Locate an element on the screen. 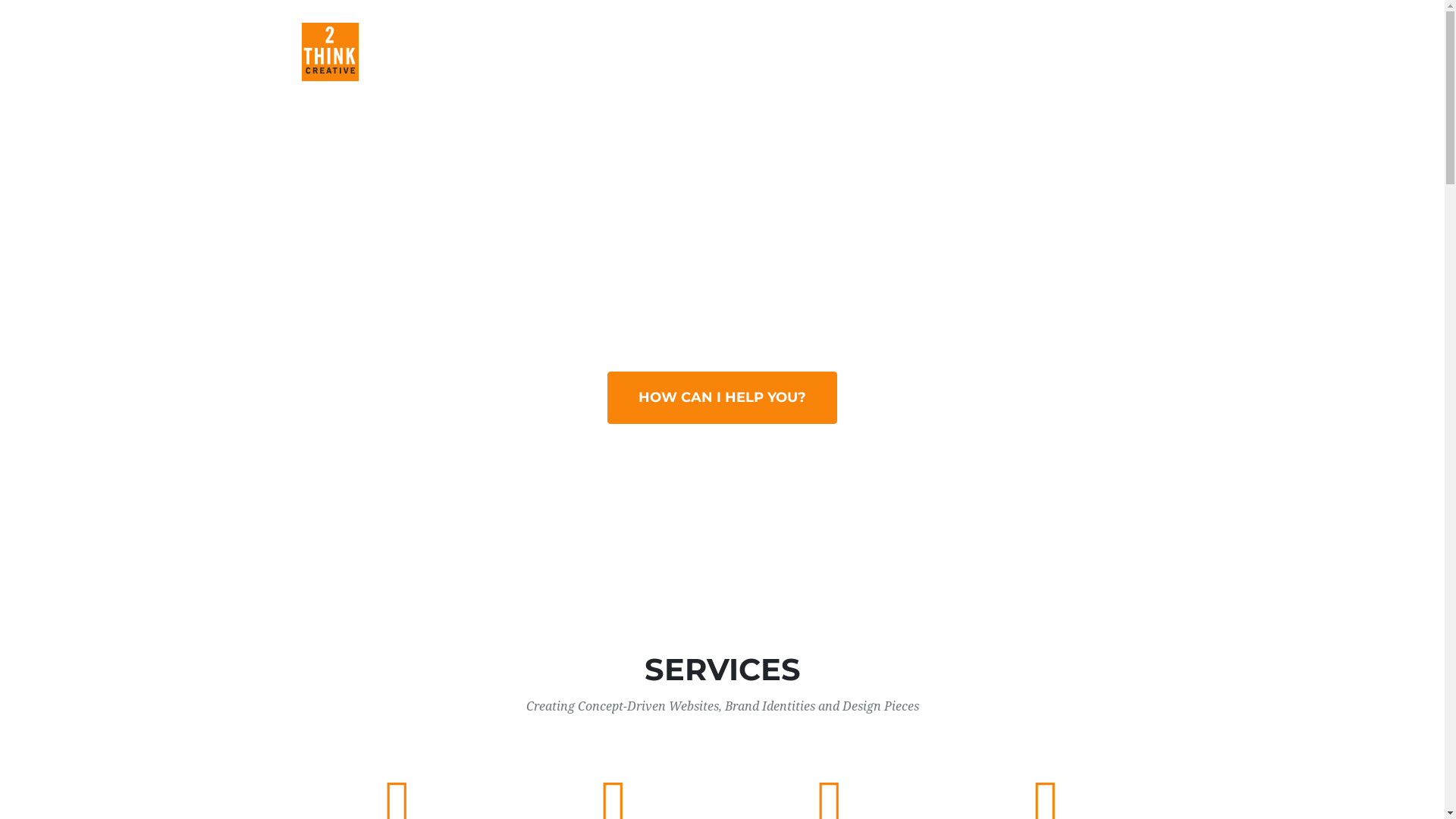 The width and height of the screenshot is (1456, 819). 'CLIENTS' is located at coordinates (1027, 51).